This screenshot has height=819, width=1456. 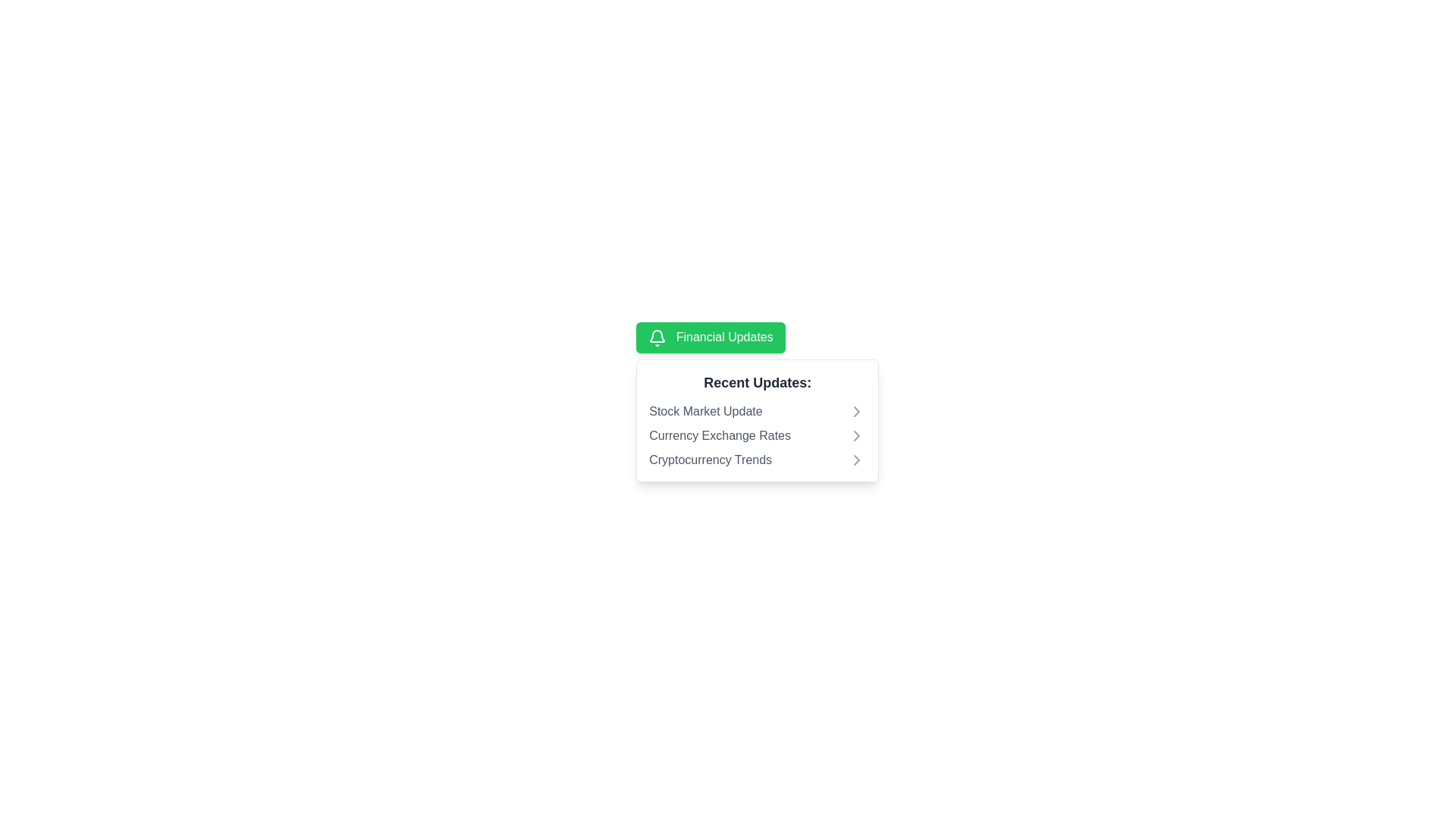 What do you see at coordinates (657, 337) in the screenshot?
I see `the bell-shaped icon with a green background located to the left of the 'Financial Updates' button` at bounding box center [657, 337].